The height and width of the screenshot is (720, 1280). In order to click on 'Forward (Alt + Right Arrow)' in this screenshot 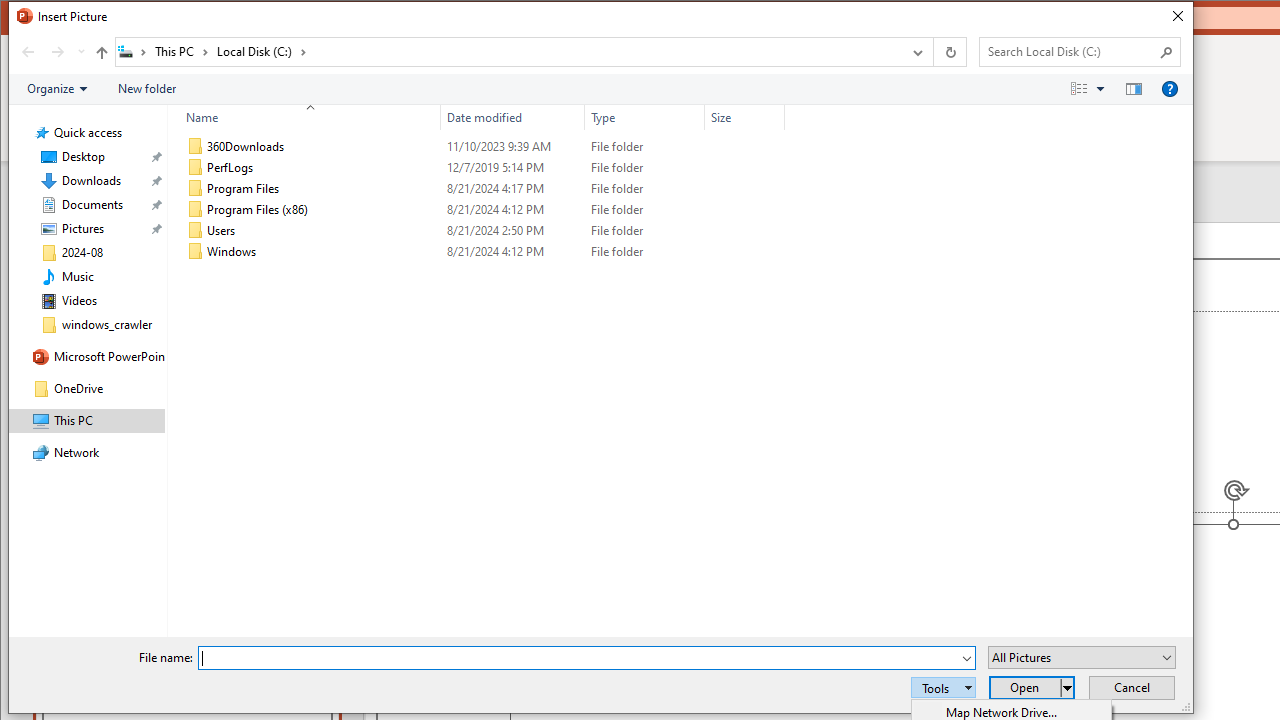, I will do `click(58, 50)`.